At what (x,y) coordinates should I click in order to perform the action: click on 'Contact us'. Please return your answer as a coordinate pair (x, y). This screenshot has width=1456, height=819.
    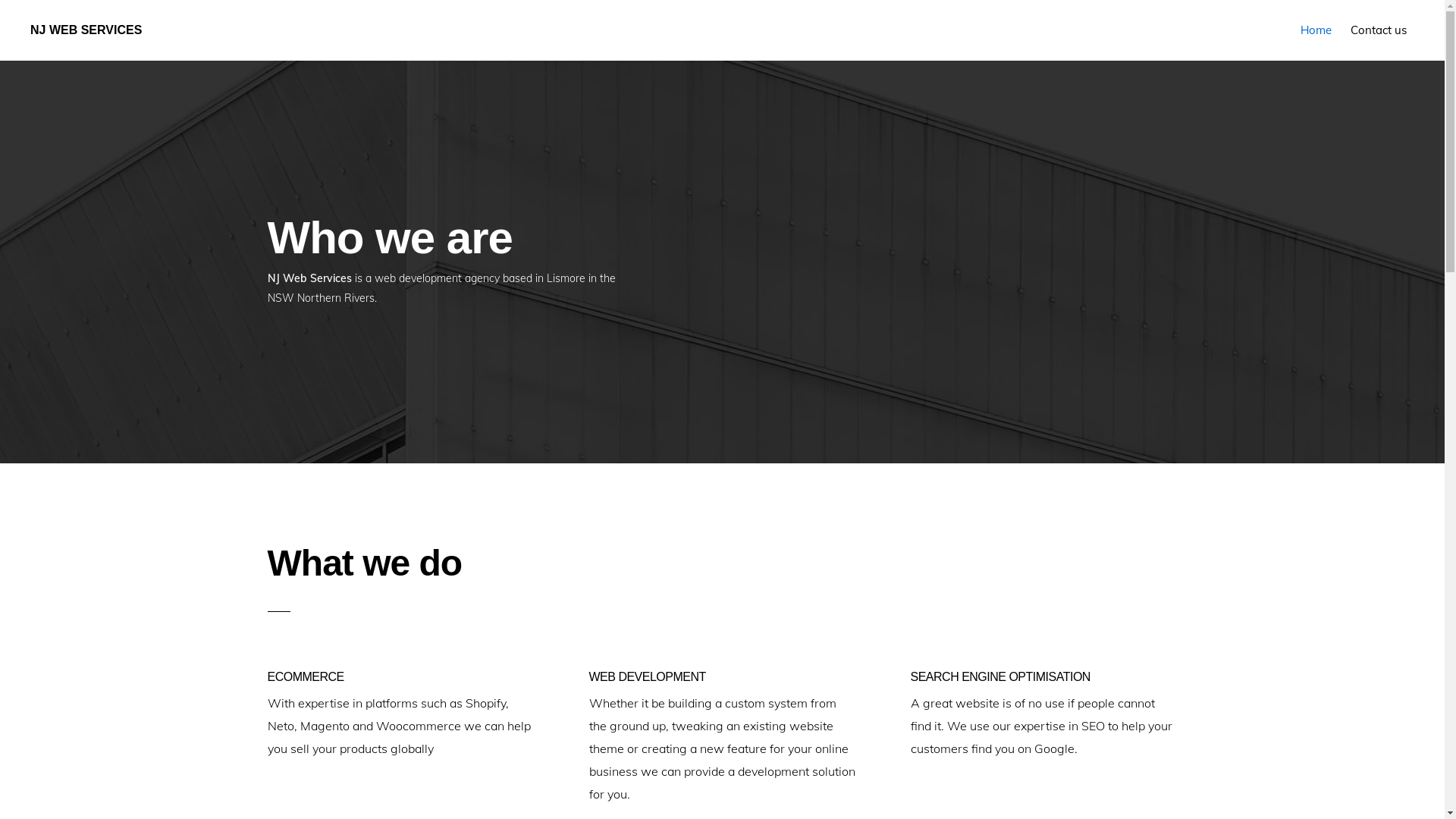
    Looking at the image, I should click on (1379, 30).